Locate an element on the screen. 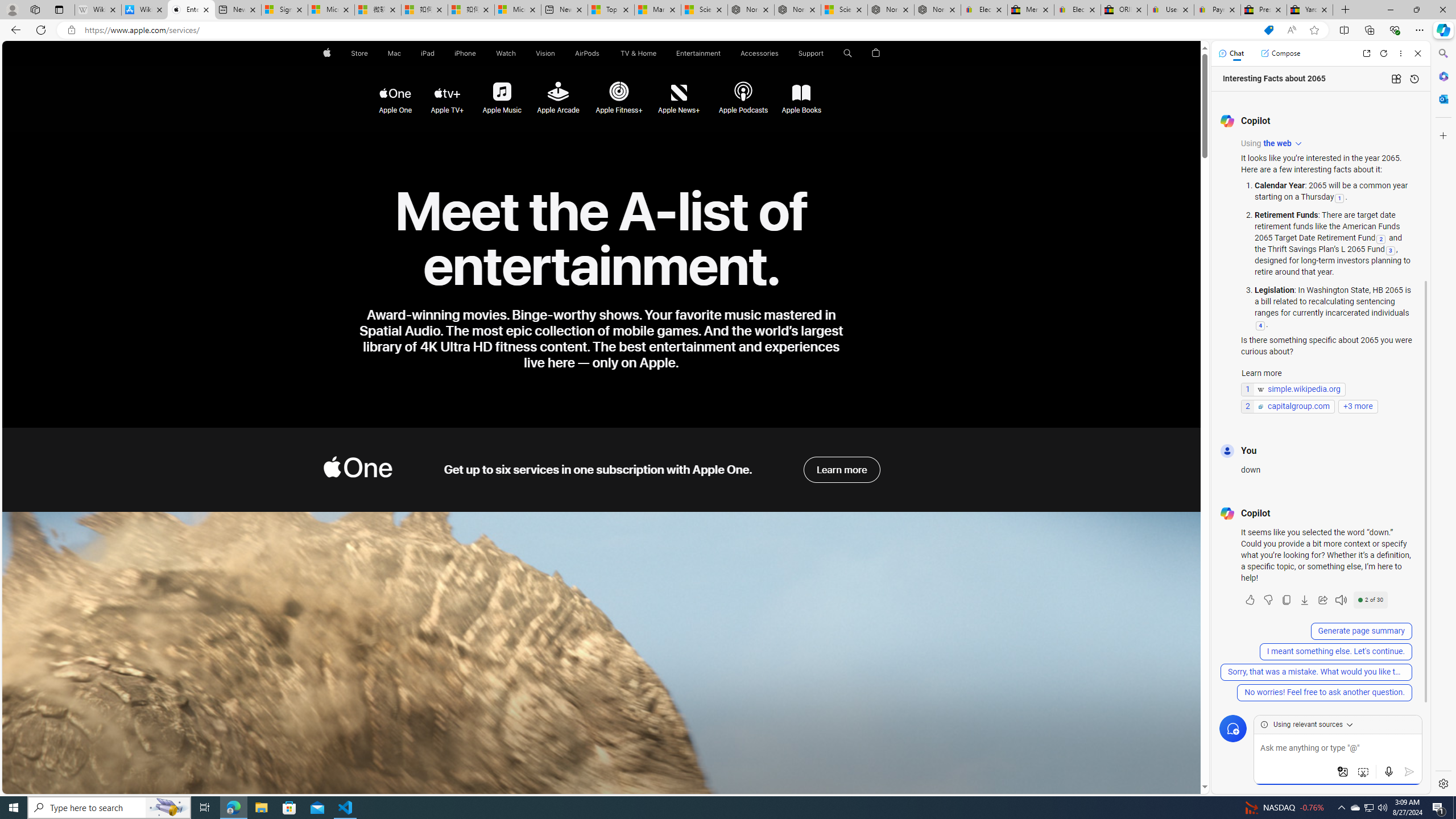  'Apple Books' is located at coordinates (801, 93).